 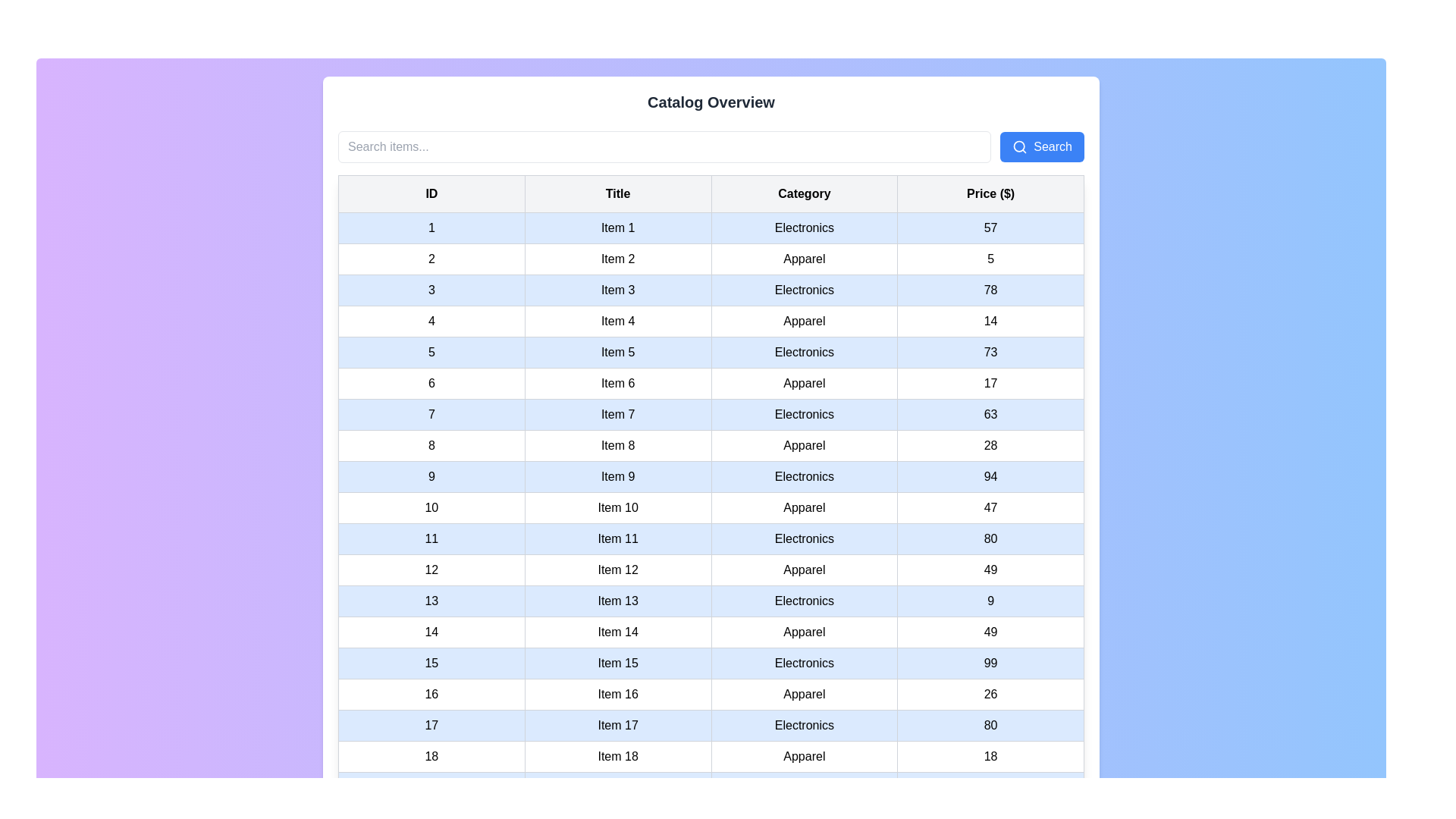 I want to click on the table cell containing the text '17', which is styled with a light blue background and black text, located in the 17th row of the table, so click(x=431, y=724).